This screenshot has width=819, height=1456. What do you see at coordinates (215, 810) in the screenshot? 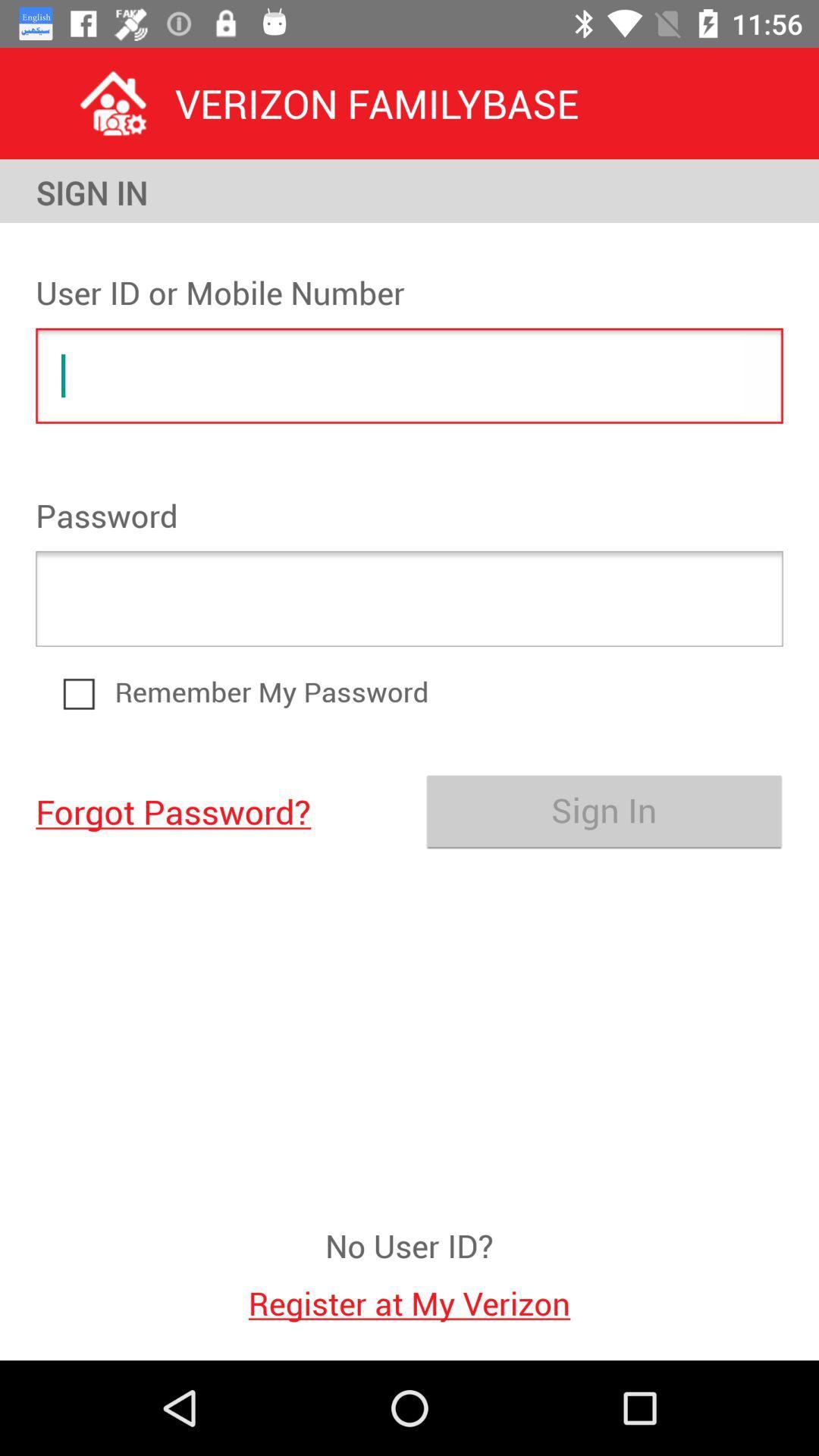
I see `icon next to sign in icon` at bounding box center [215, 810].